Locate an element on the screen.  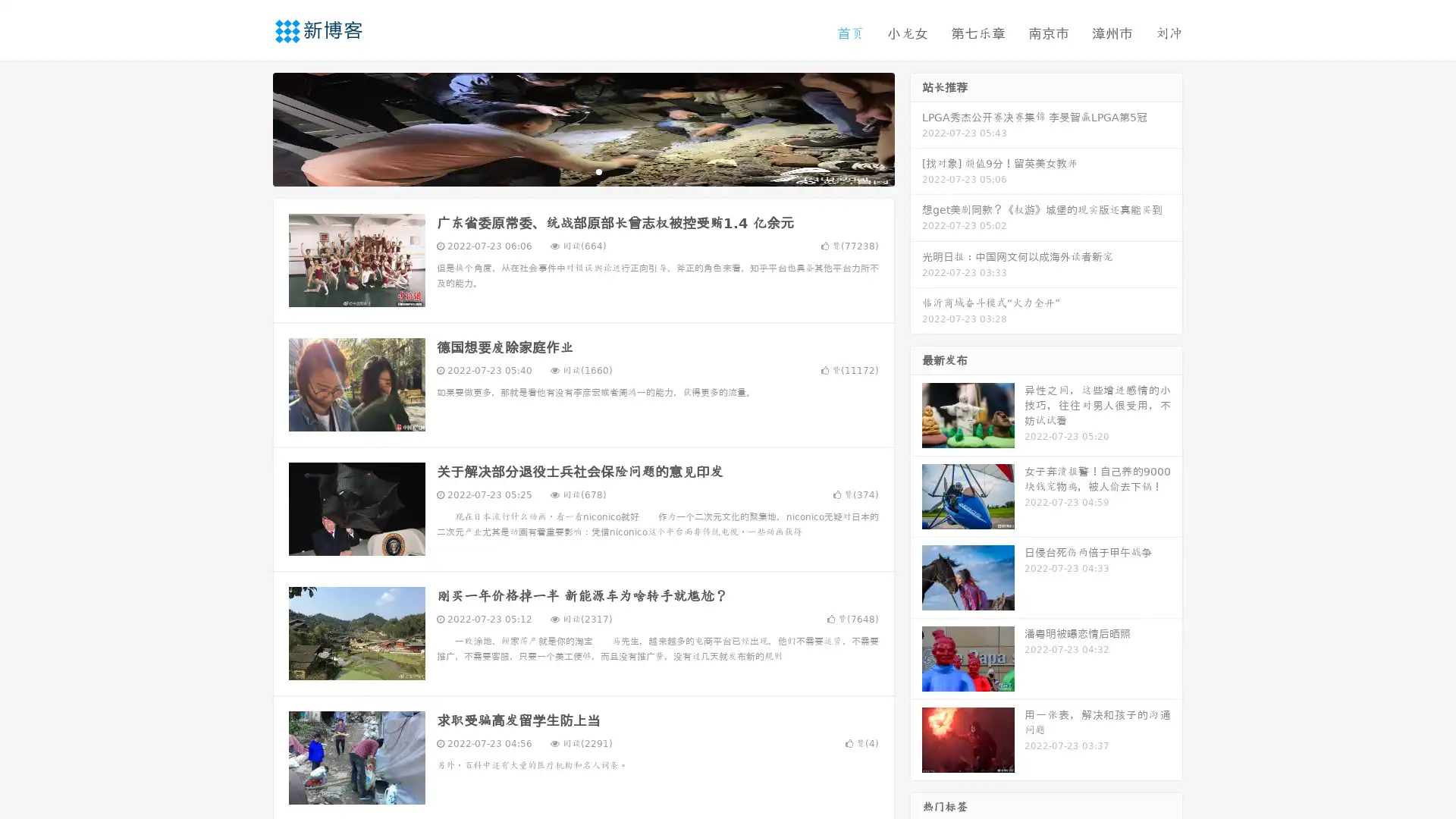
Go to slide 3 is located at coordinates (598, 171).